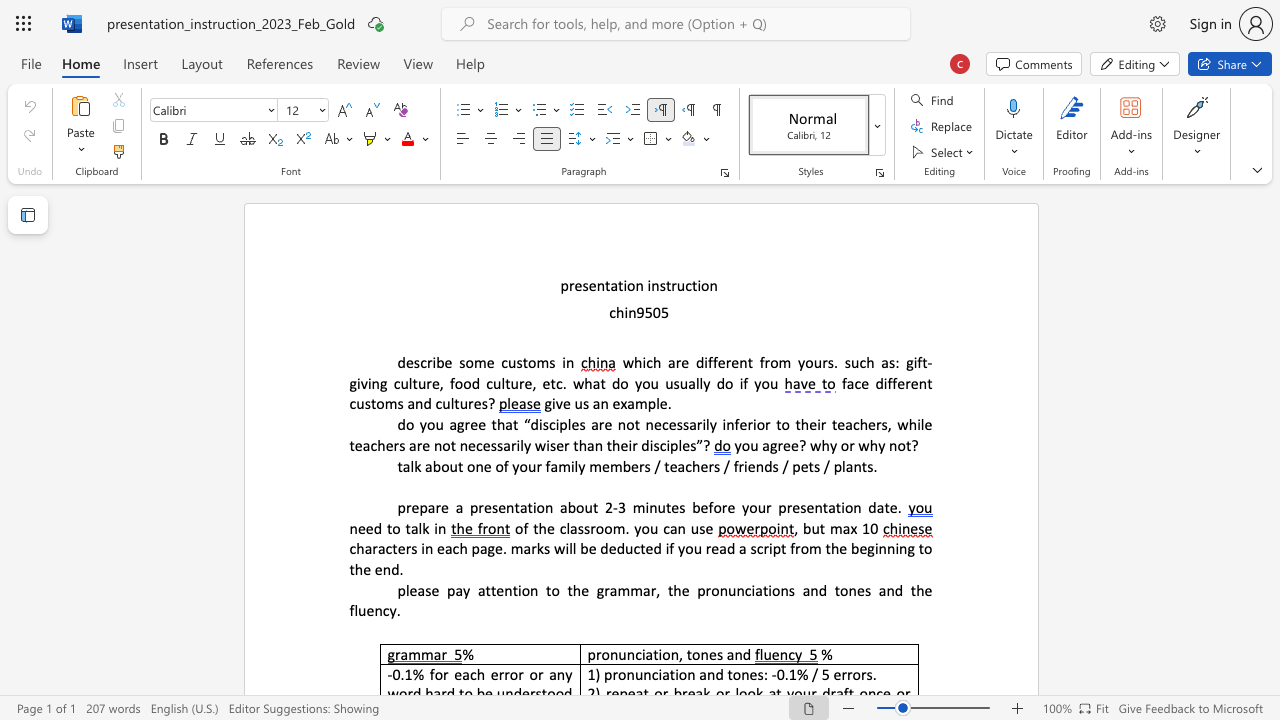 This screenshot has height=720, width=1280. Describe the element at coordinates (599, 589) in the screenshot. I see `the 1th character "g" in the text` at that location.